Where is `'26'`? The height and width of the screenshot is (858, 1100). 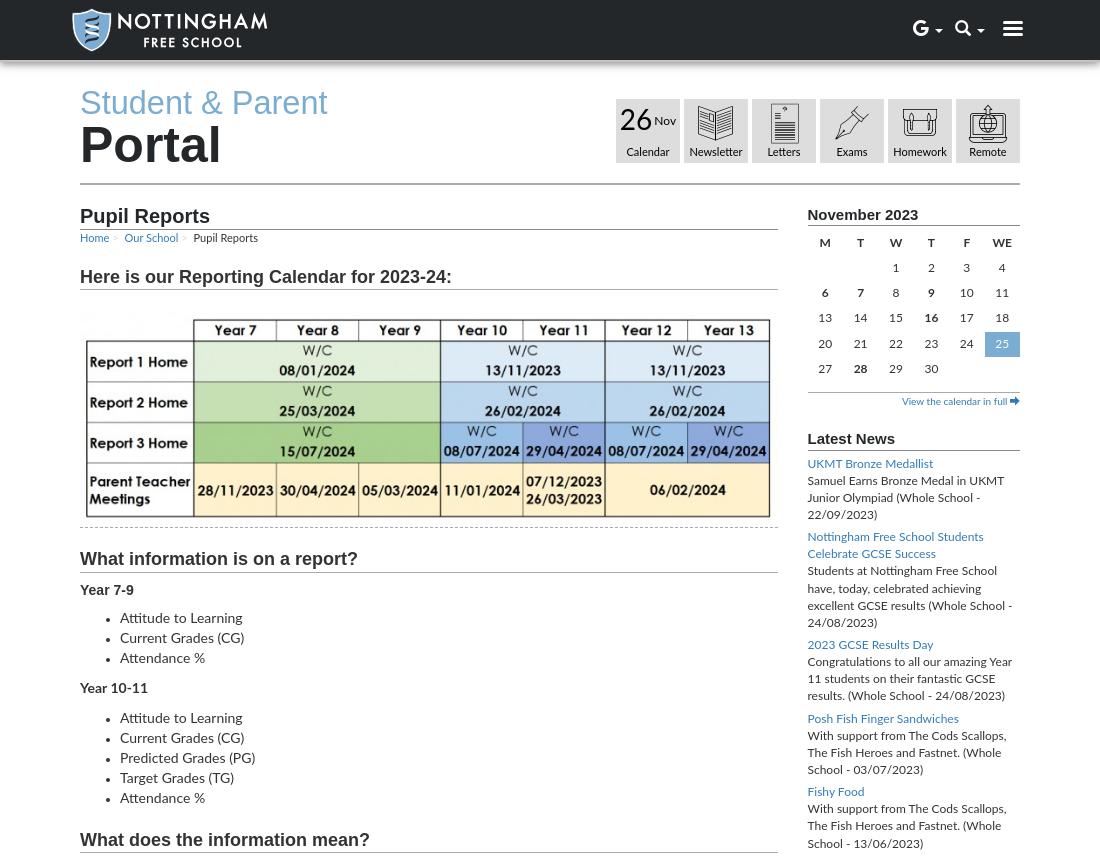 '26' is located at coordinates (635, 120).